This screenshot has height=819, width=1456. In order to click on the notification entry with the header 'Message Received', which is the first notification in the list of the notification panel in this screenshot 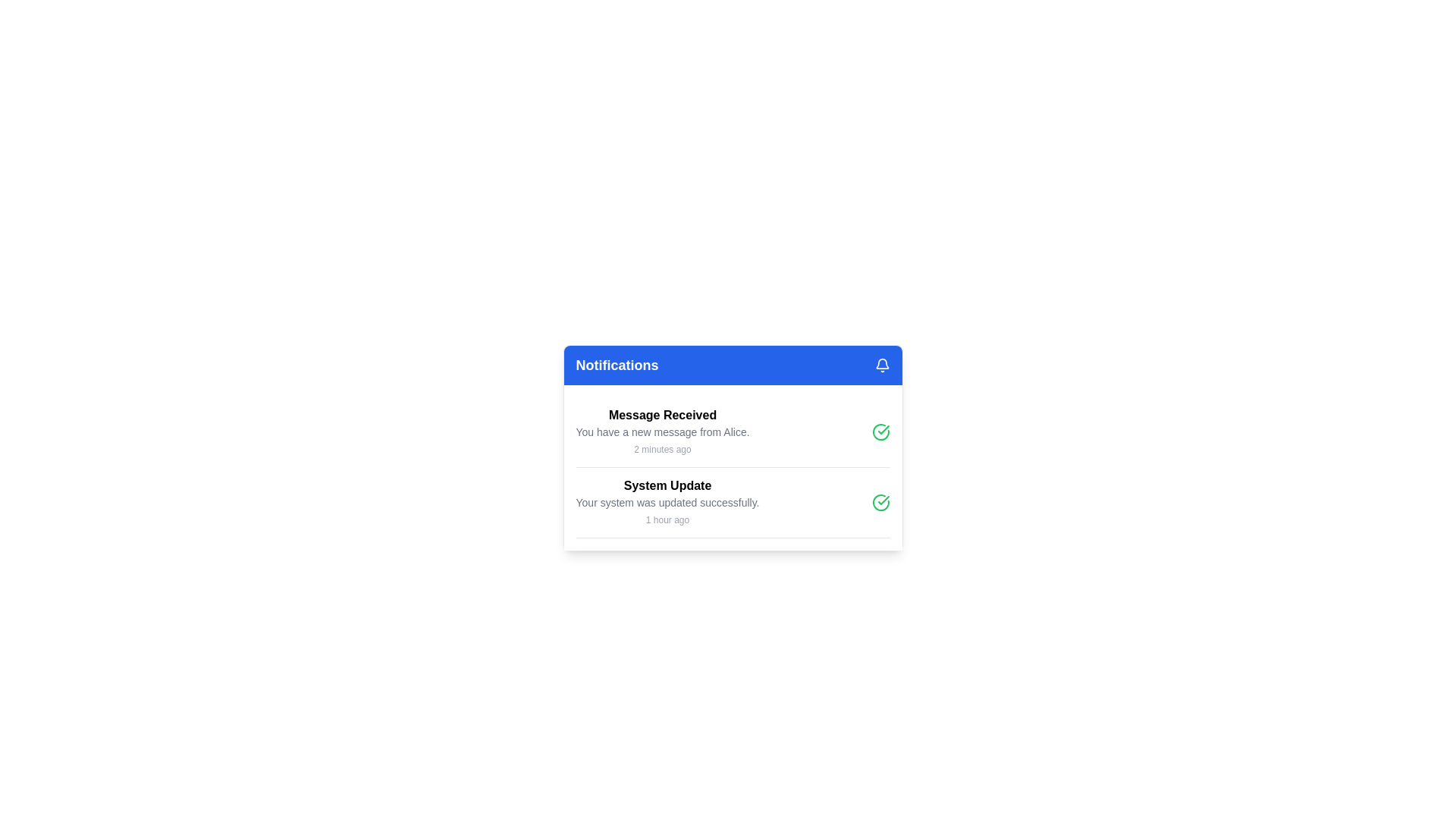, I will do `click(662, 432)`.